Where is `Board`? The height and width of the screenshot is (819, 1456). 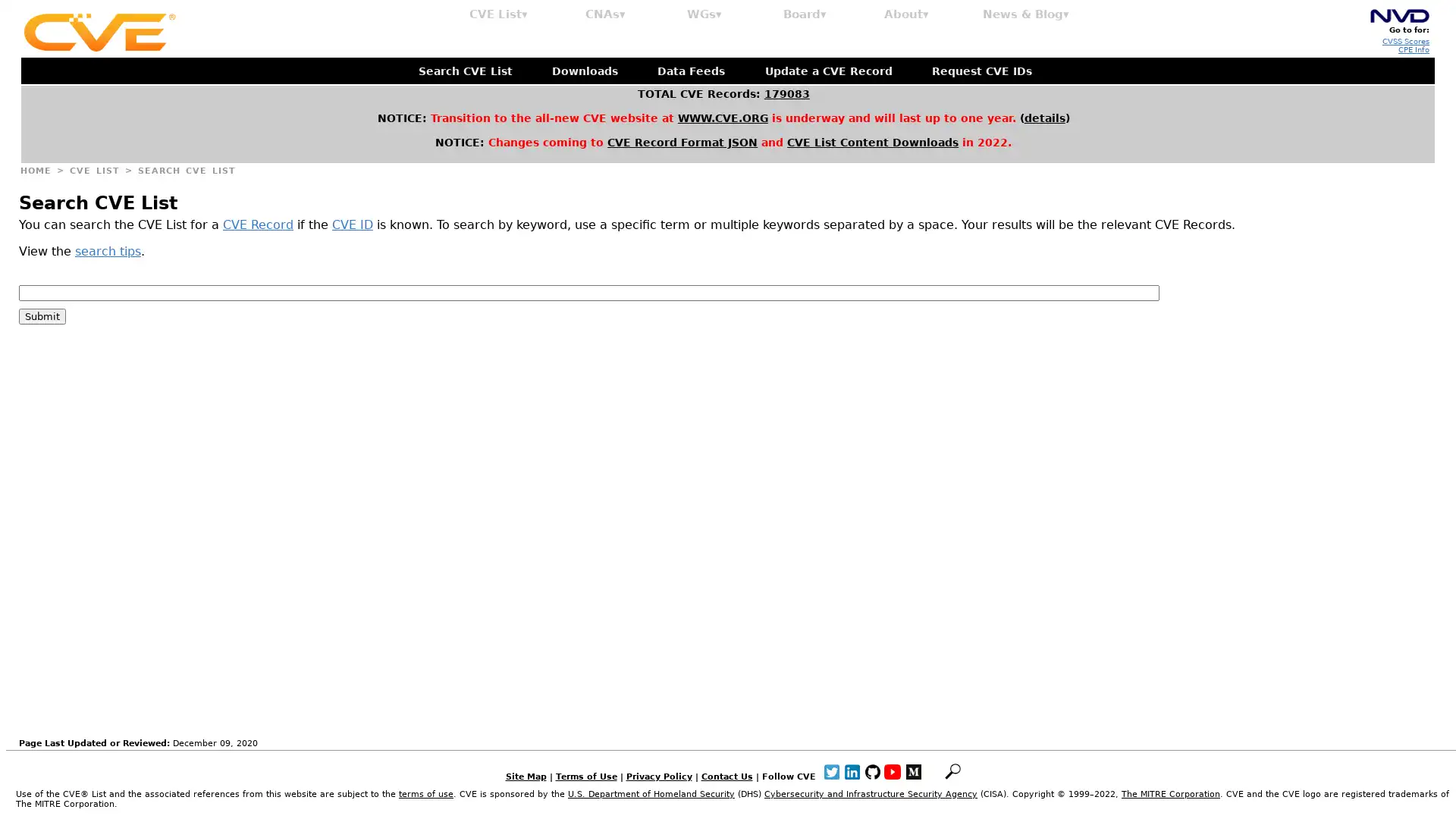
Board is located at coordinates (804, 14).